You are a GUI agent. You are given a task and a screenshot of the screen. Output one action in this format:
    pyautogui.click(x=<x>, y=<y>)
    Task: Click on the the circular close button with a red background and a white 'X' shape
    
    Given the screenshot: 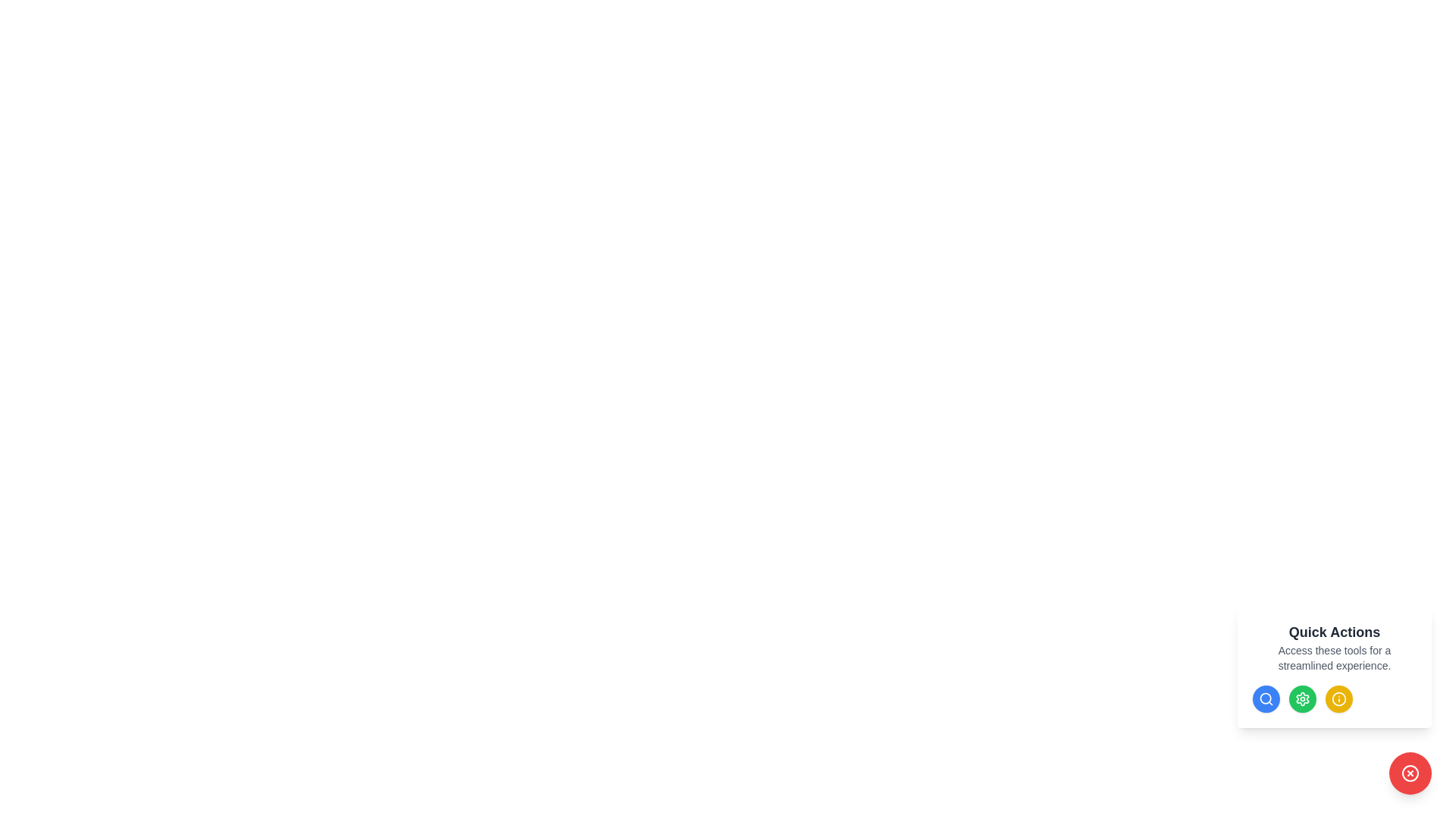 What is the action you would take?
    pyautogui.click(x=1410, y=773)
    